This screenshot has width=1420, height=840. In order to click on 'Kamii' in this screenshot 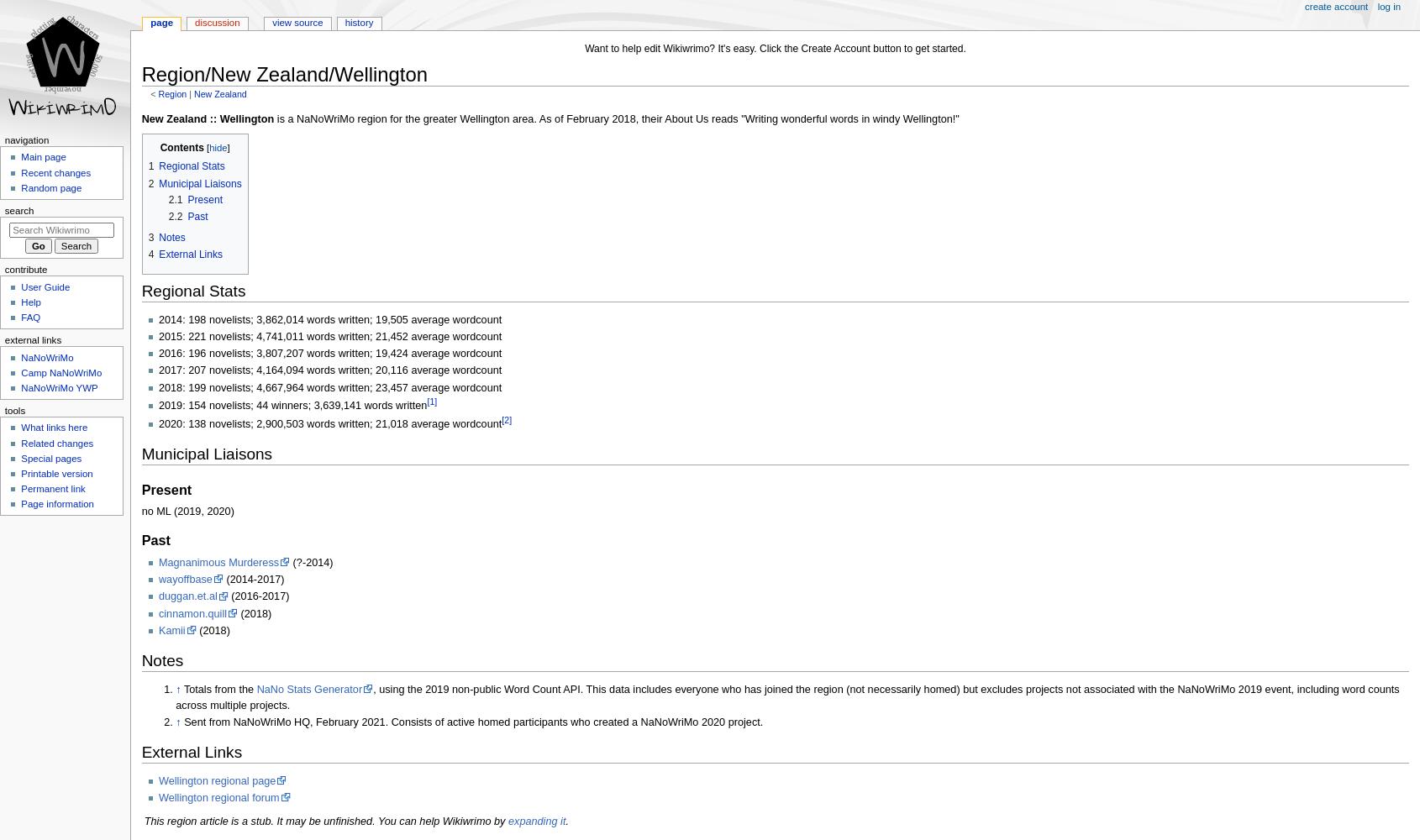, I will do `click(156, 630)`.